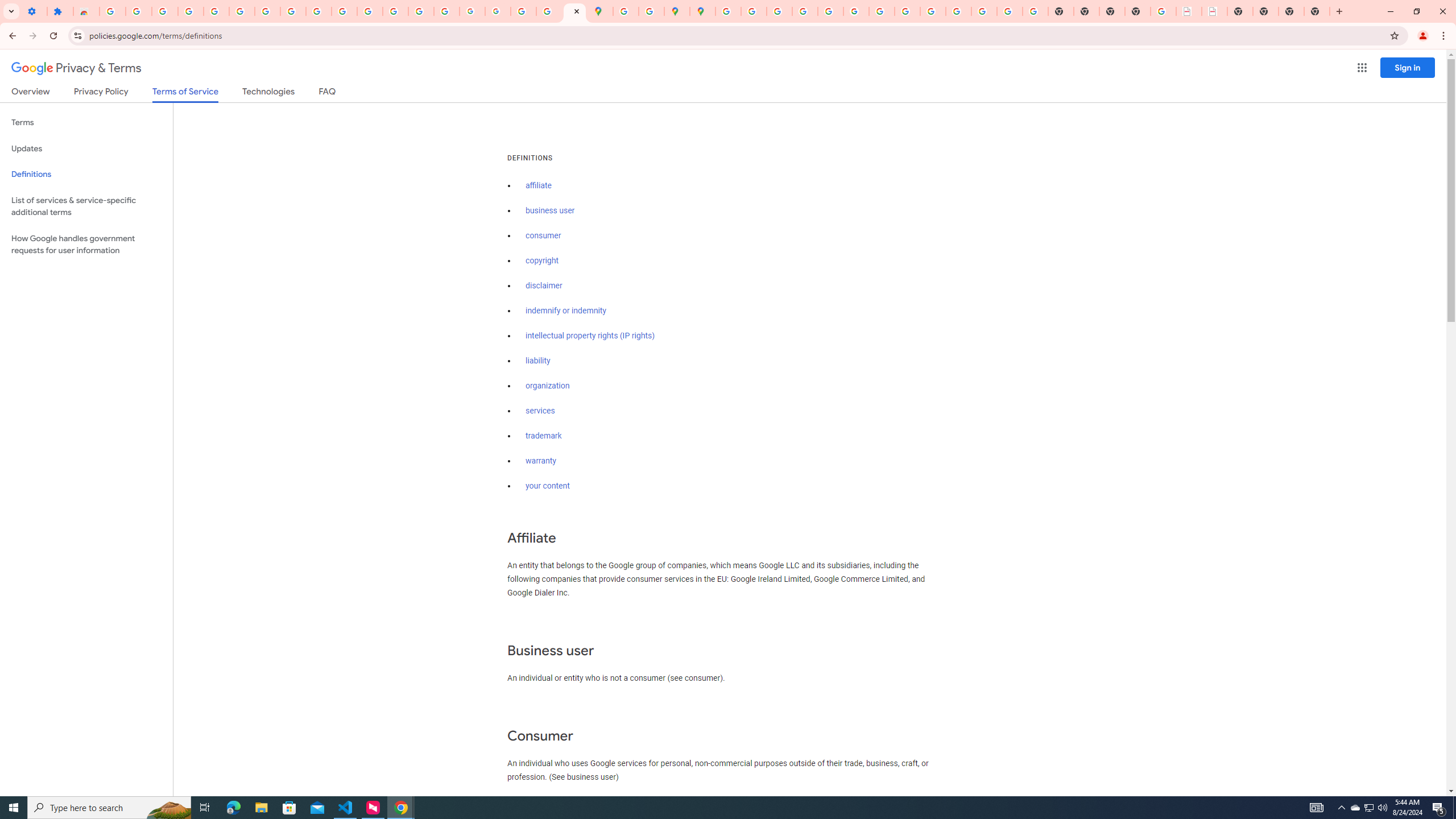  Describe the element at coordinates (164, 11) in the screenshot. I see `'Delete photos & videos - Computer - Google Photos Help'` at that location.